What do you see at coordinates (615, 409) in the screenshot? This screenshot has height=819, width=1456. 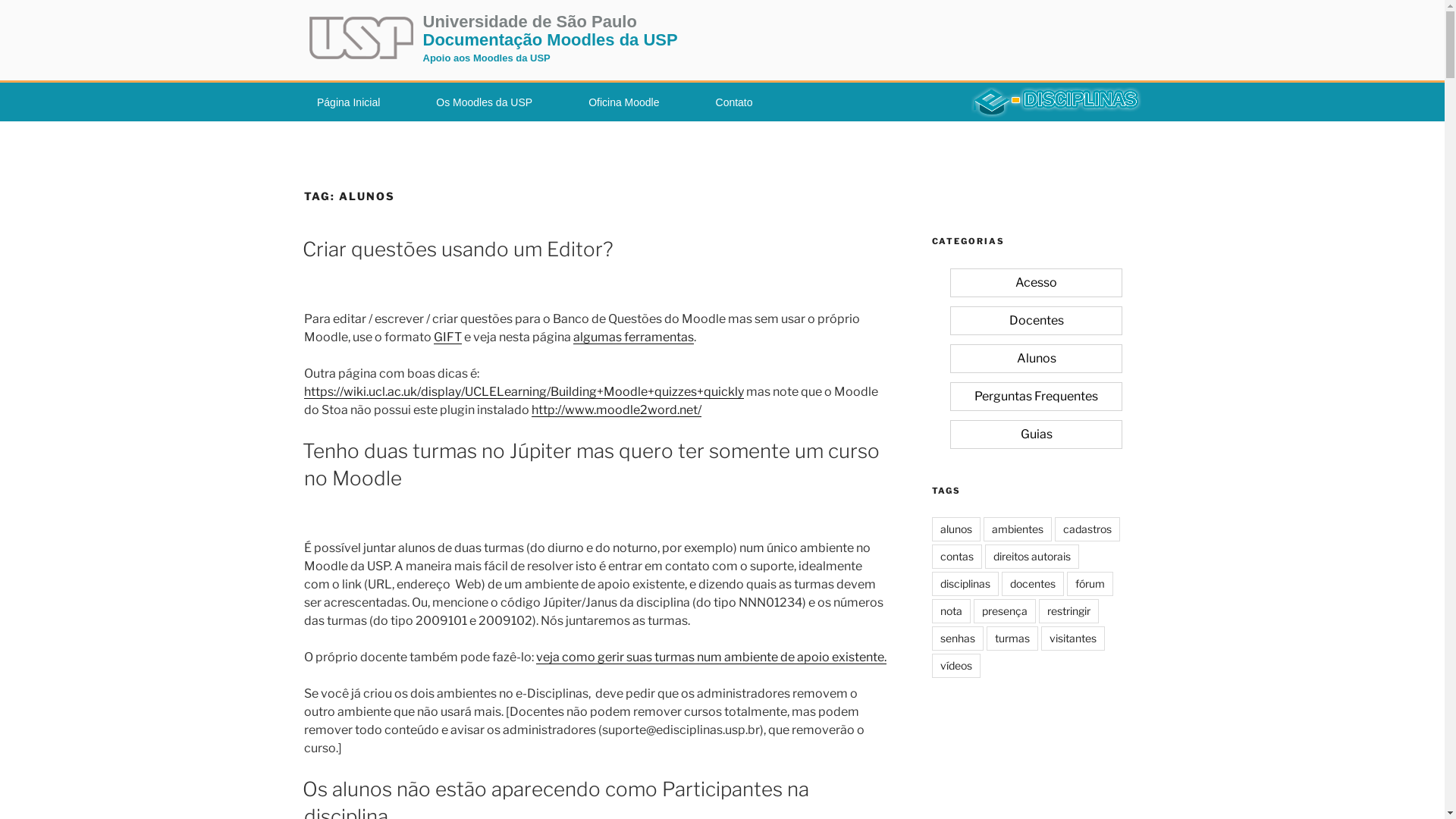 I see `'http://www.moodle2word.net/'` at bounding box center [615, 409].